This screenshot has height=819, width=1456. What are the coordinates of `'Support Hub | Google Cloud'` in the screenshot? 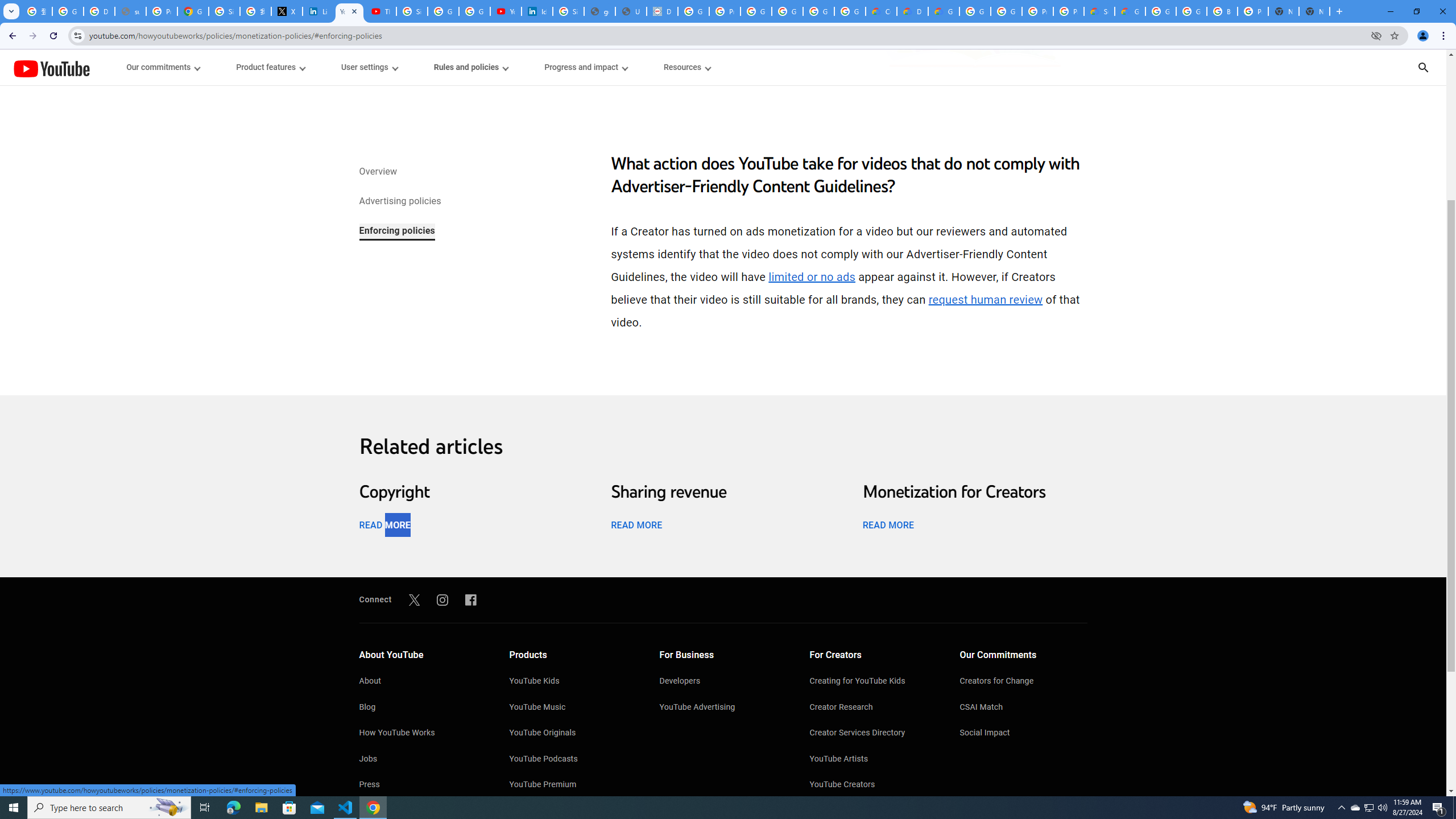 It's located at (1099, 11).